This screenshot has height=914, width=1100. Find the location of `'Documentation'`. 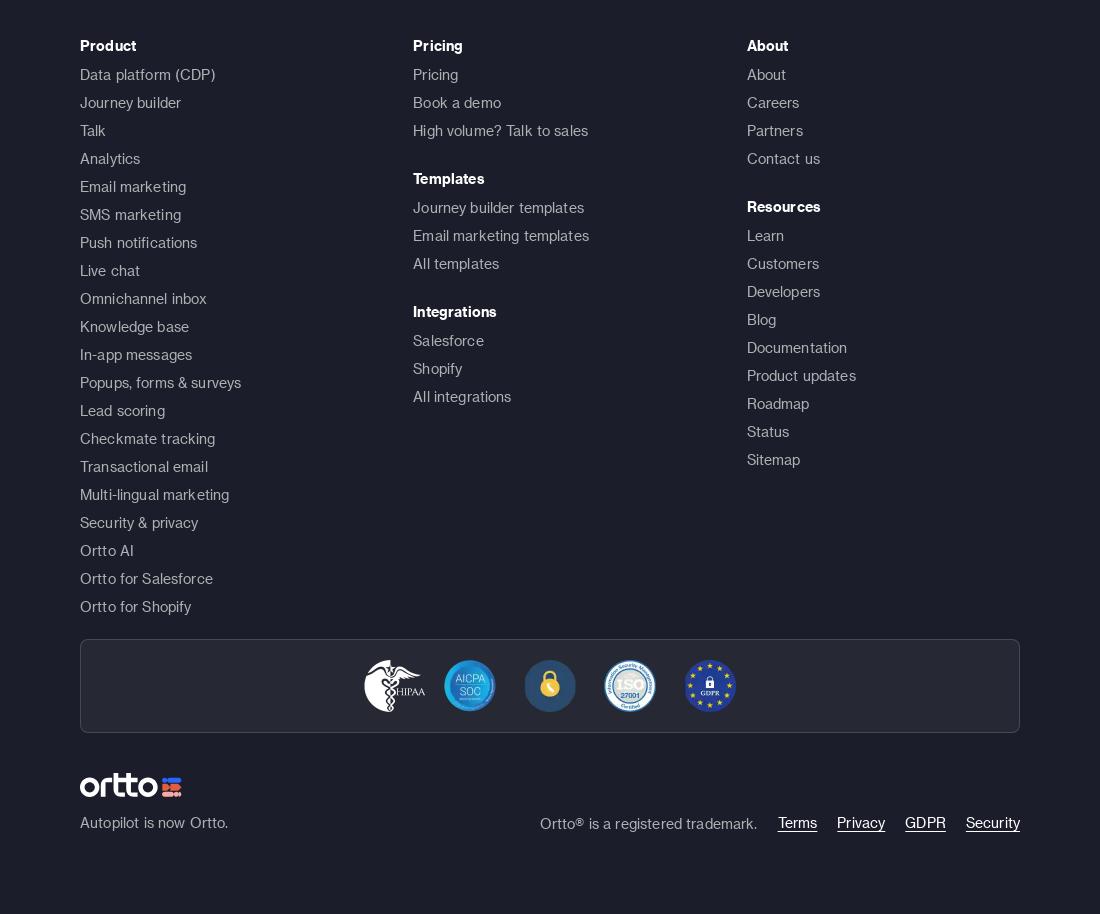

'Documentation' is located at coordinates (796, 345).